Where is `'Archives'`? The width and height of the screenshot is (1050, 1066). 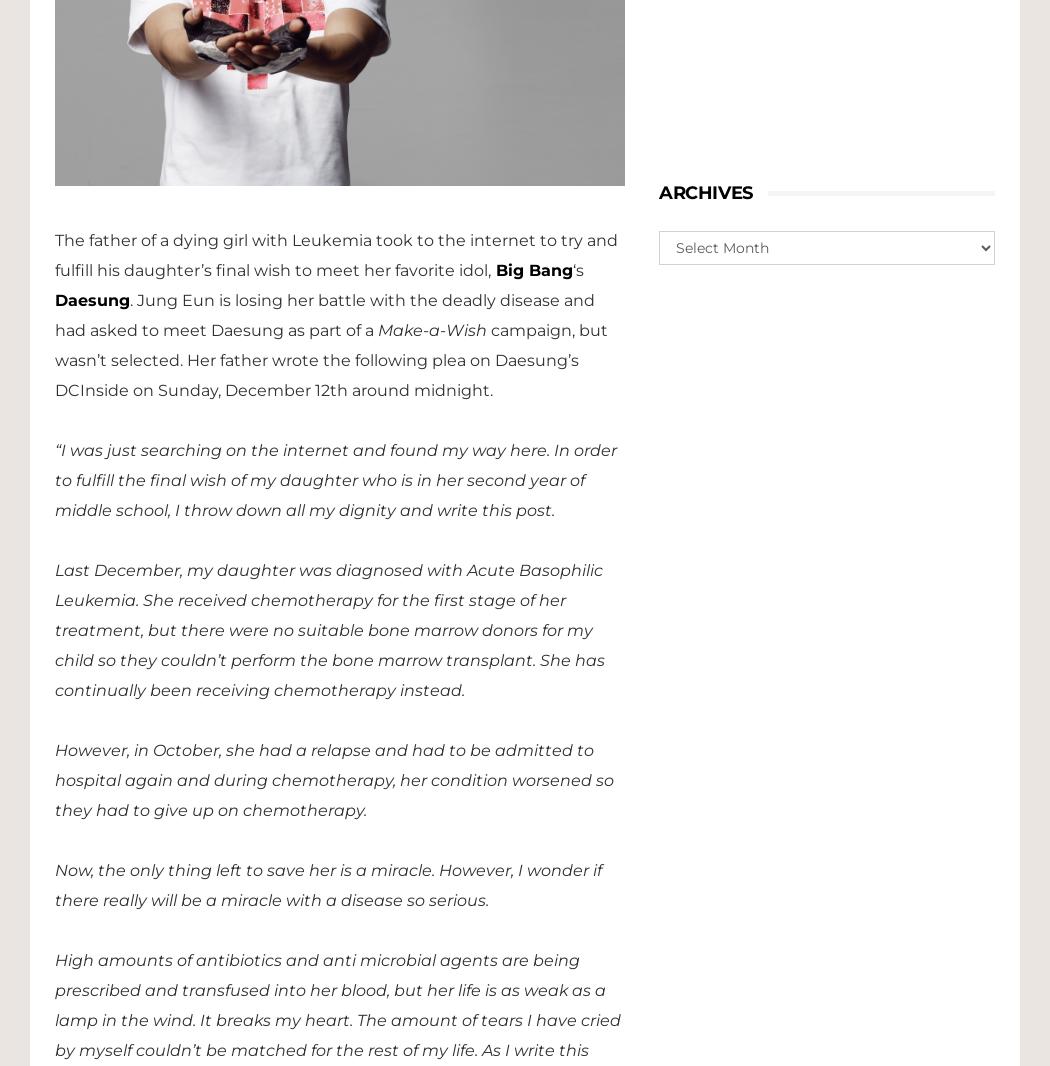
'Archives' is located at coordinates (705, 192).